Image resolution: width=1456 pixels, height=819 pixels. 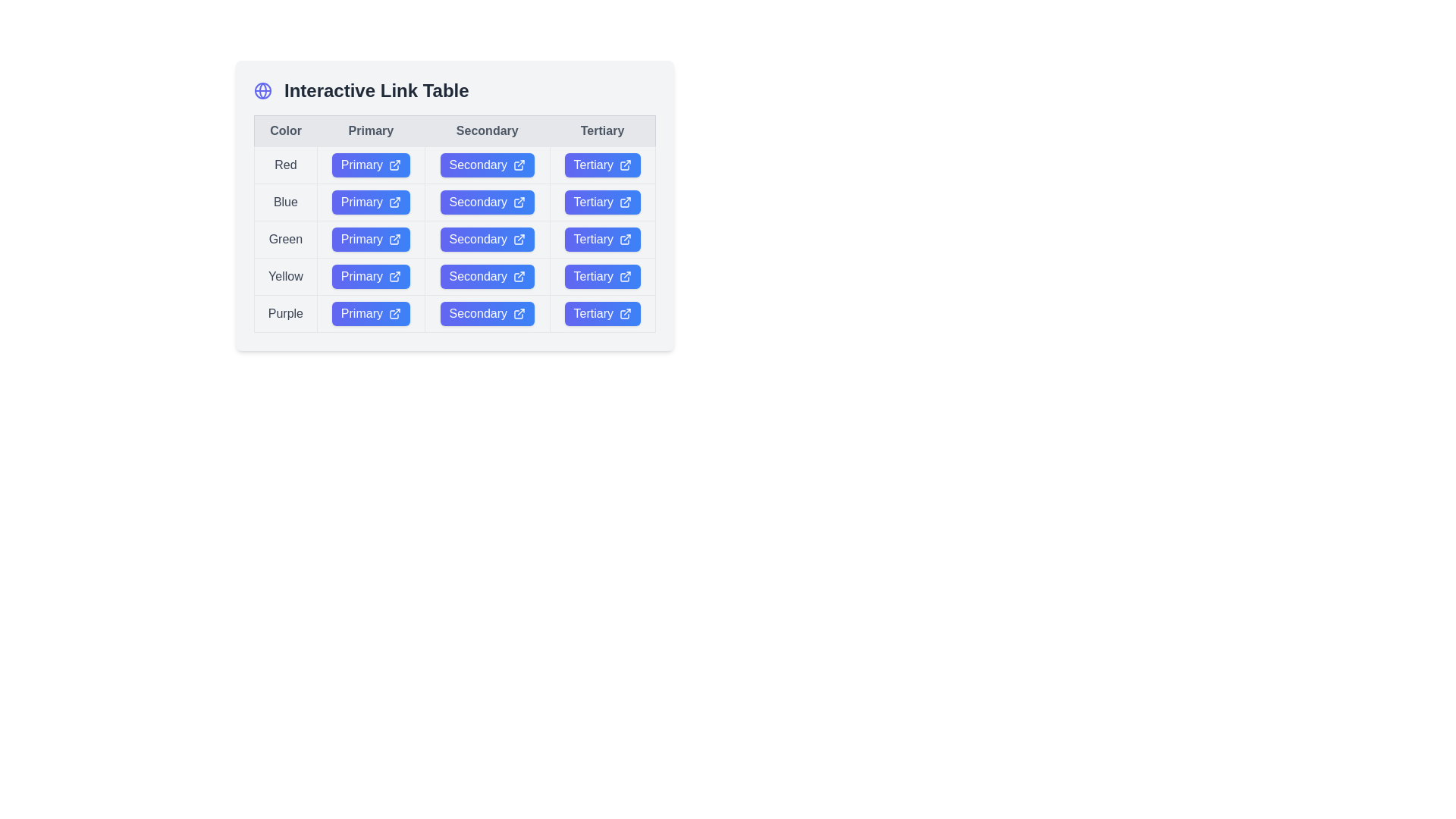 I want to click on the content of the 'Primary' text within the button located in the 'Green' row and 'Primary' column of the table, so click(x=361, y=239).